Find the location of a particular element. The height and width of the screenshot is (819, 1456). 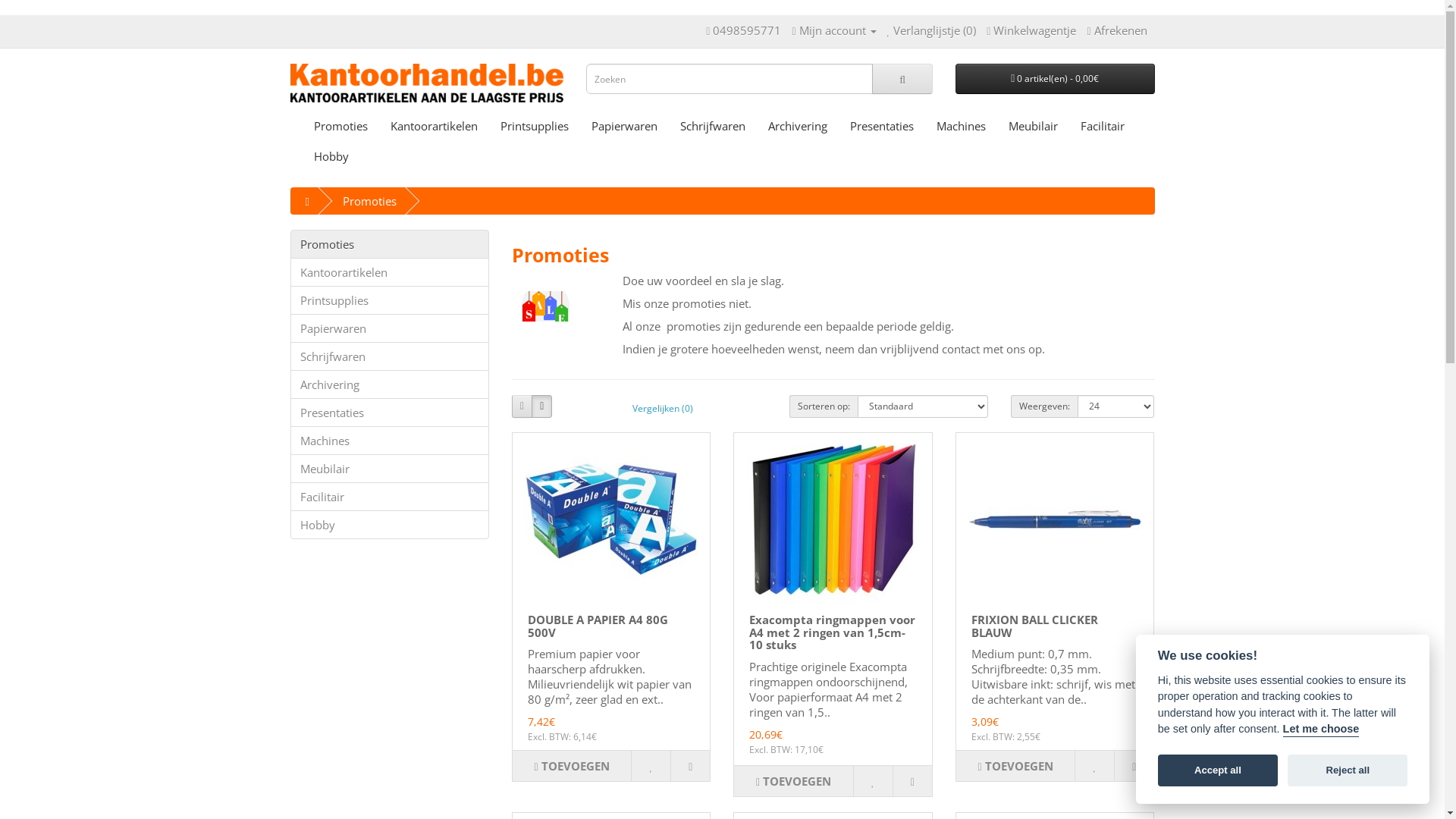

'Promoties' is located at coordinates (339, 124).